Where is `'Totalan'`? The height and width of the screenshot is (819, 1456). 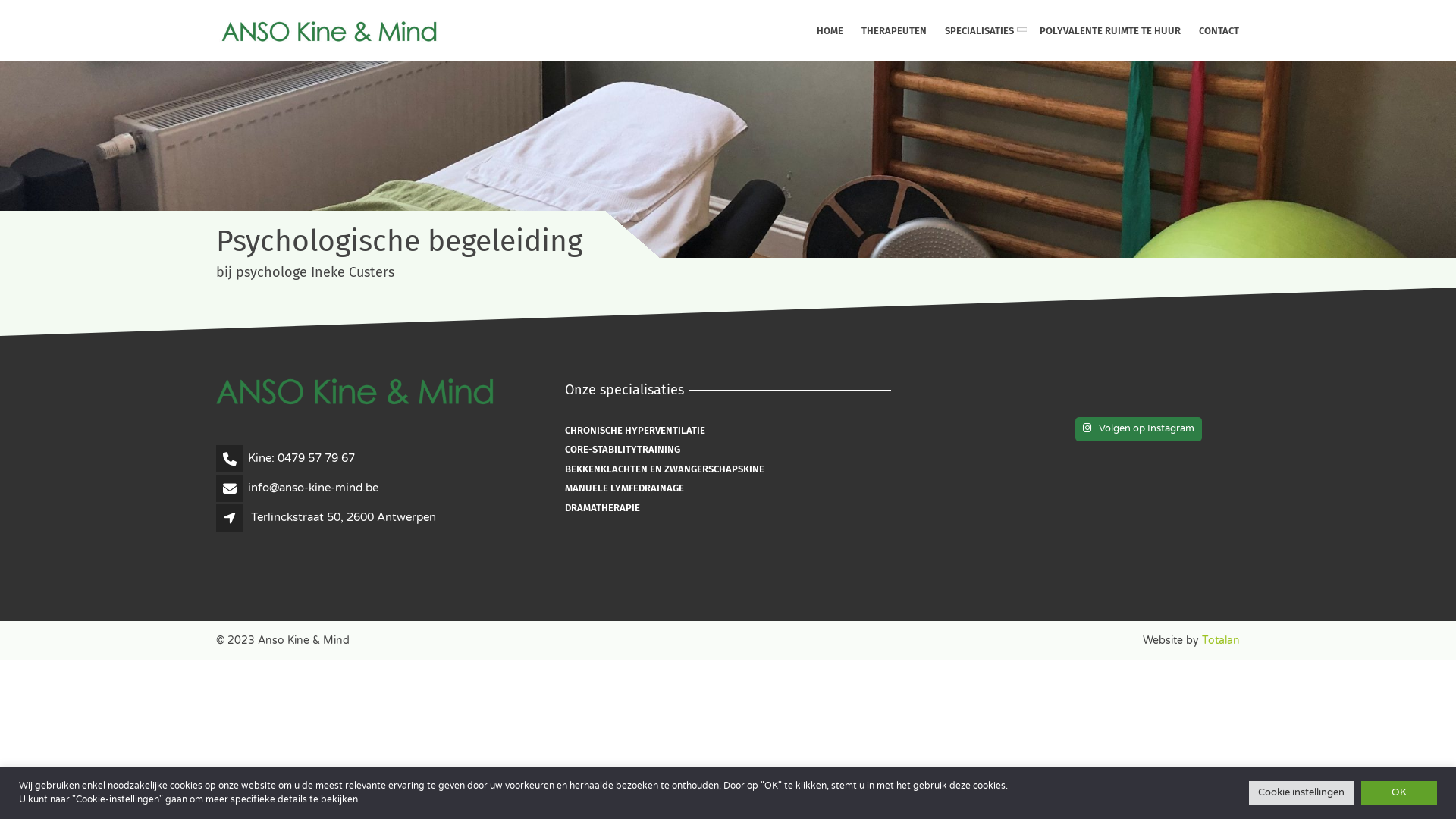 'Totalan' is located at coordinates (1200, 640).